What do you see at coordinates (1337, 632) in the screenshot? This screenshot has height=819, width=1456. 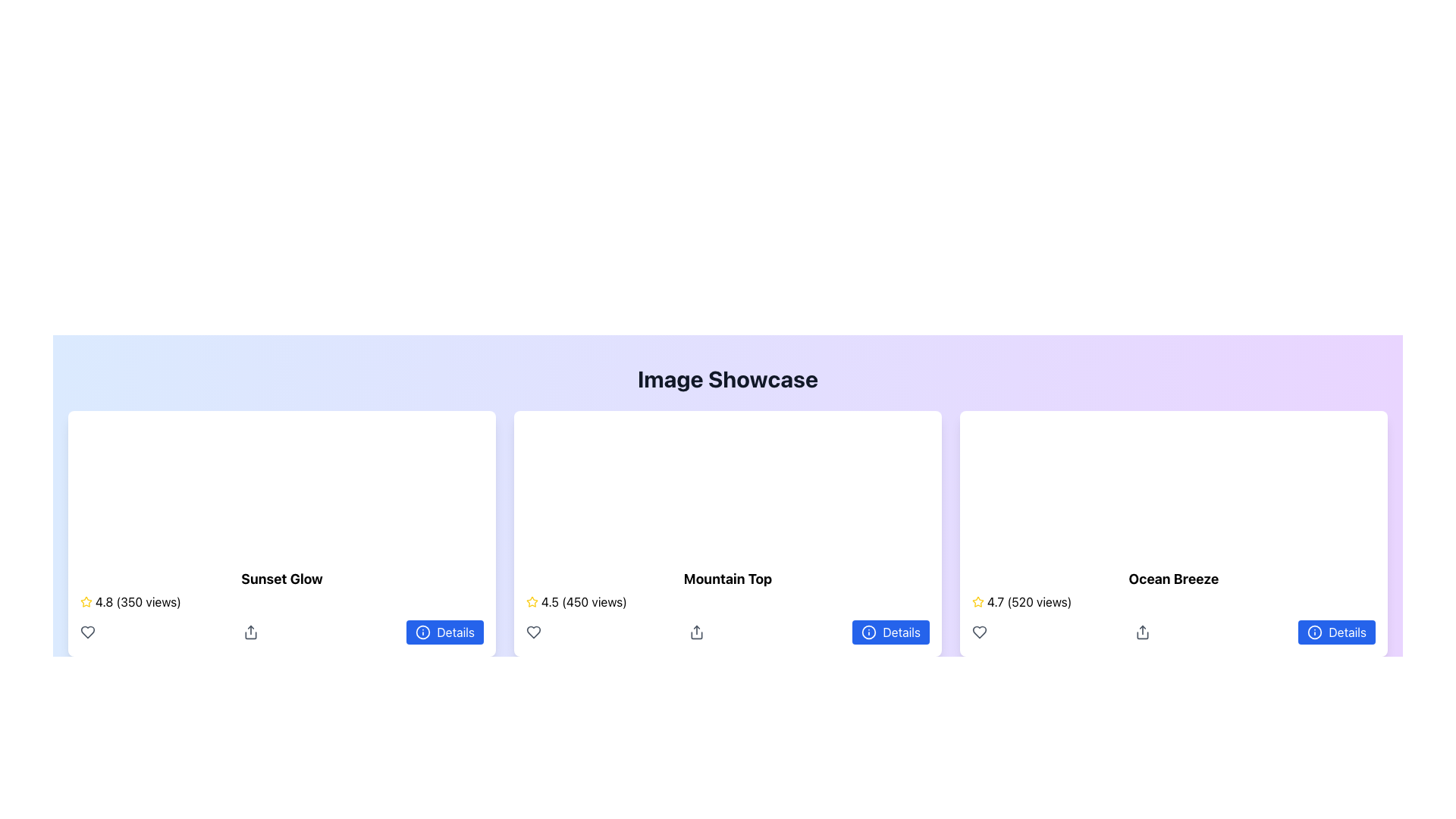 I see `the 'Details' button with a blue background and white text at the bottom-right corner of the 'Ocean Breeze' card` at bounding box center [1337, 632].